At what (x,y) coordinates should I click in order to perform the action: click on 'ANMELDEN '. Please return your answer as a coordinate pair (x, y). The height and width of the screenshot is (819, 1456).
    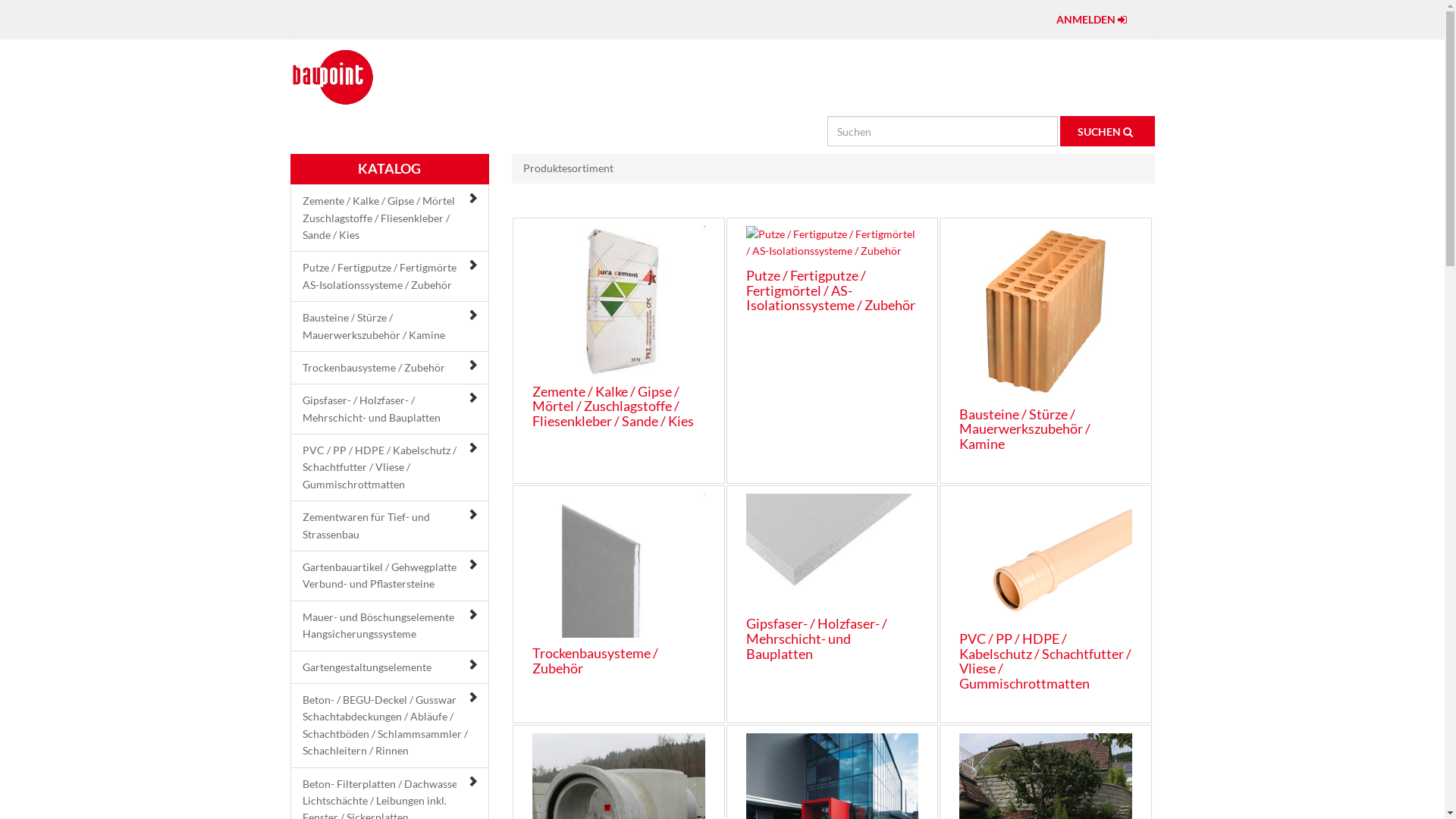
    Looking at the image, I should click on (1094, 20).